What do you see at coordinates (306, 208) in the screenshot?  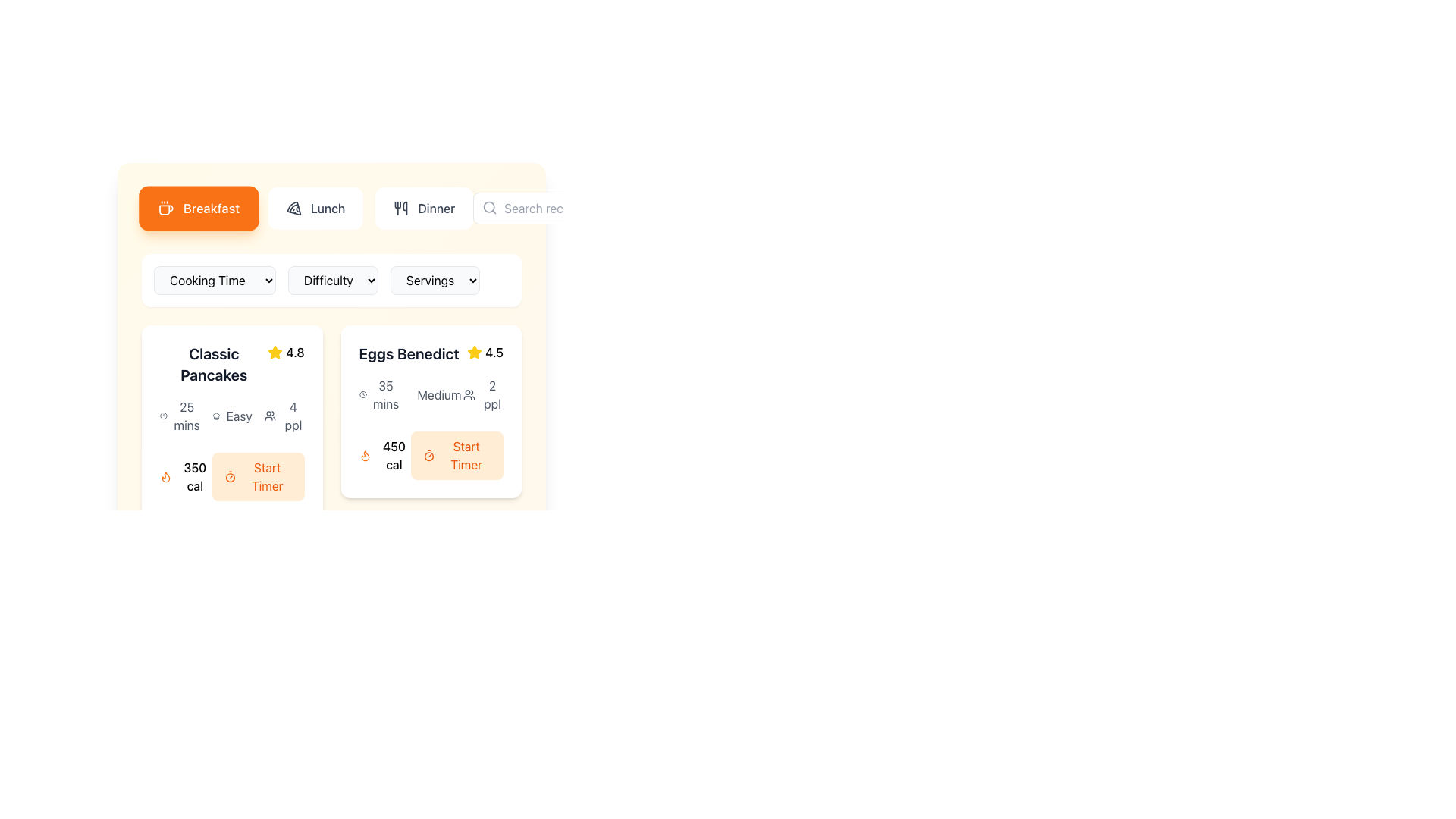 I see `the 'Lunch' navigational tab button, which is the second tab in the navigation bar at the top of the interface` at bounding box center [306, 208].